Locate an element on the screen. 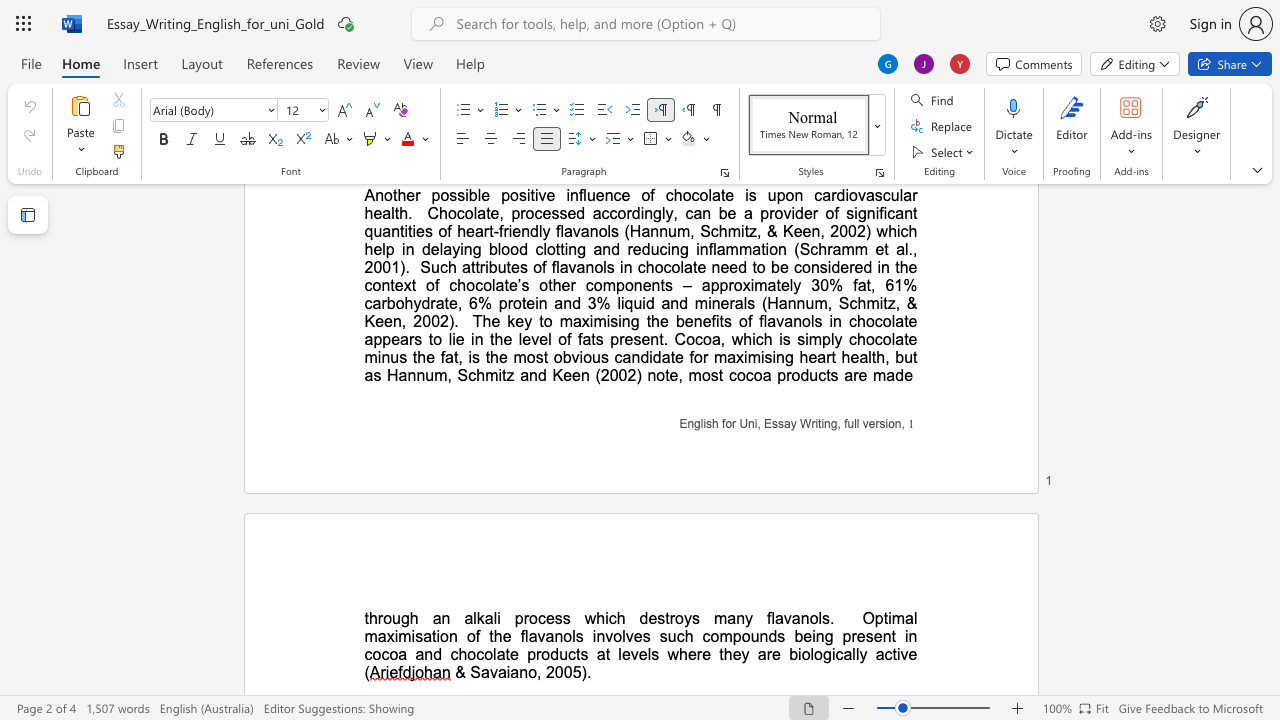 The height and width of the screenshot is (720, 1280). the 1th character "v" in the text is located at coordinates (541, 636).